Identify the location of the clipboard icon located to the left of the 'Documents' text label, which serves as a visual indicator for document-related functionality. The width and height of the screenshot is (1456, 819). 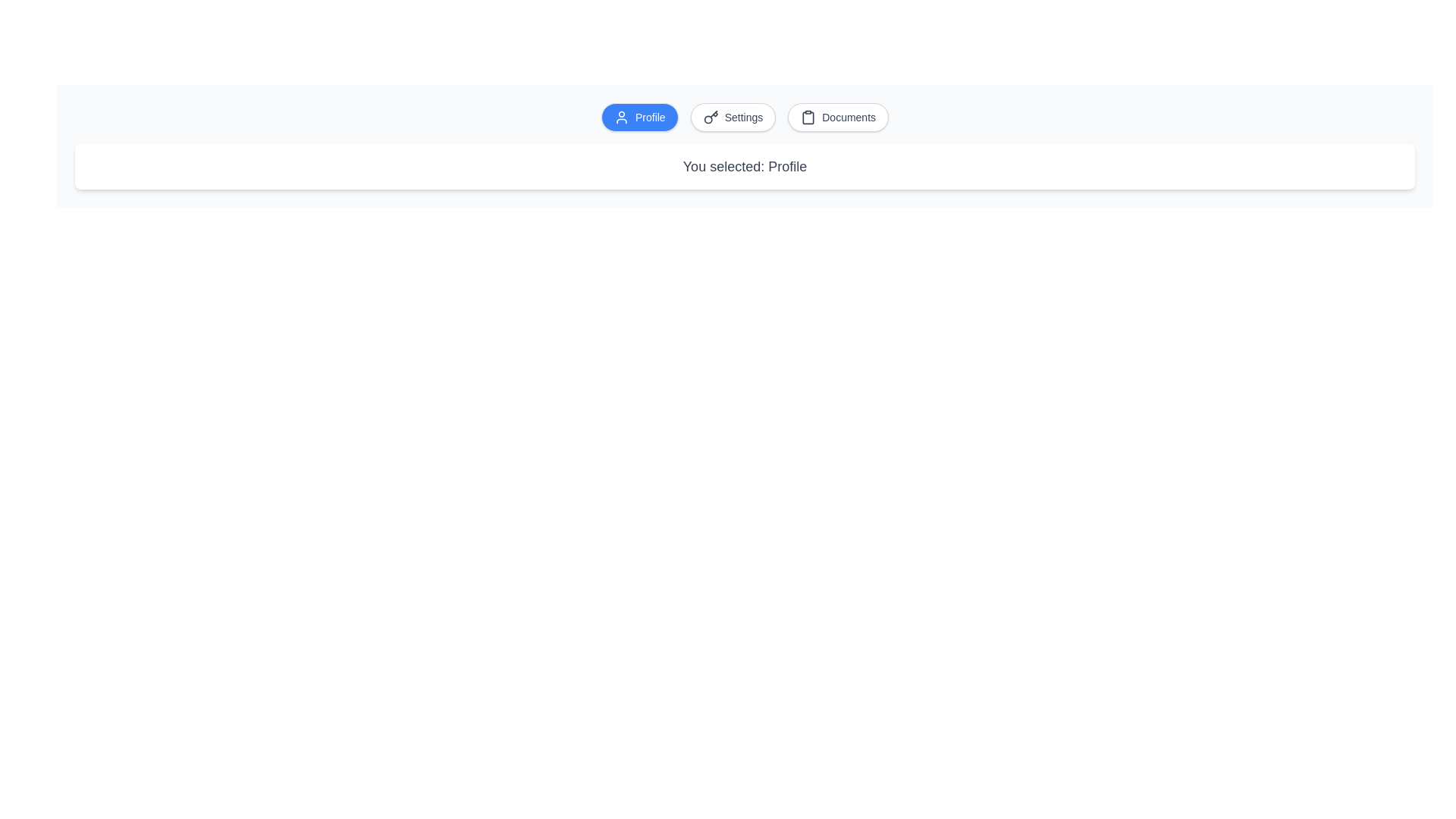
(808, 116).